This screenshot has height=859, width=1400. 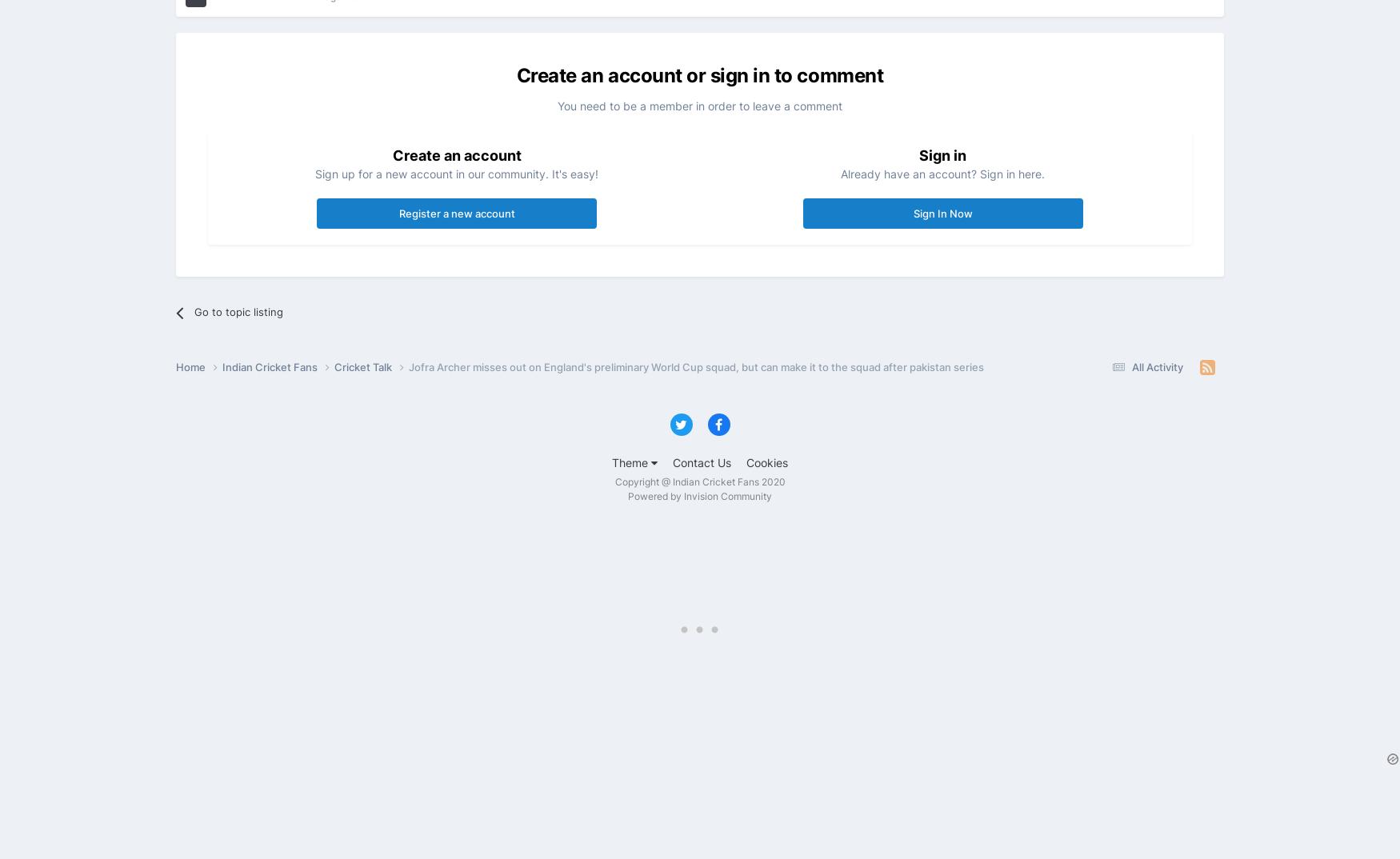 I want to click on 'Create an account', so click(x=456, y=154).